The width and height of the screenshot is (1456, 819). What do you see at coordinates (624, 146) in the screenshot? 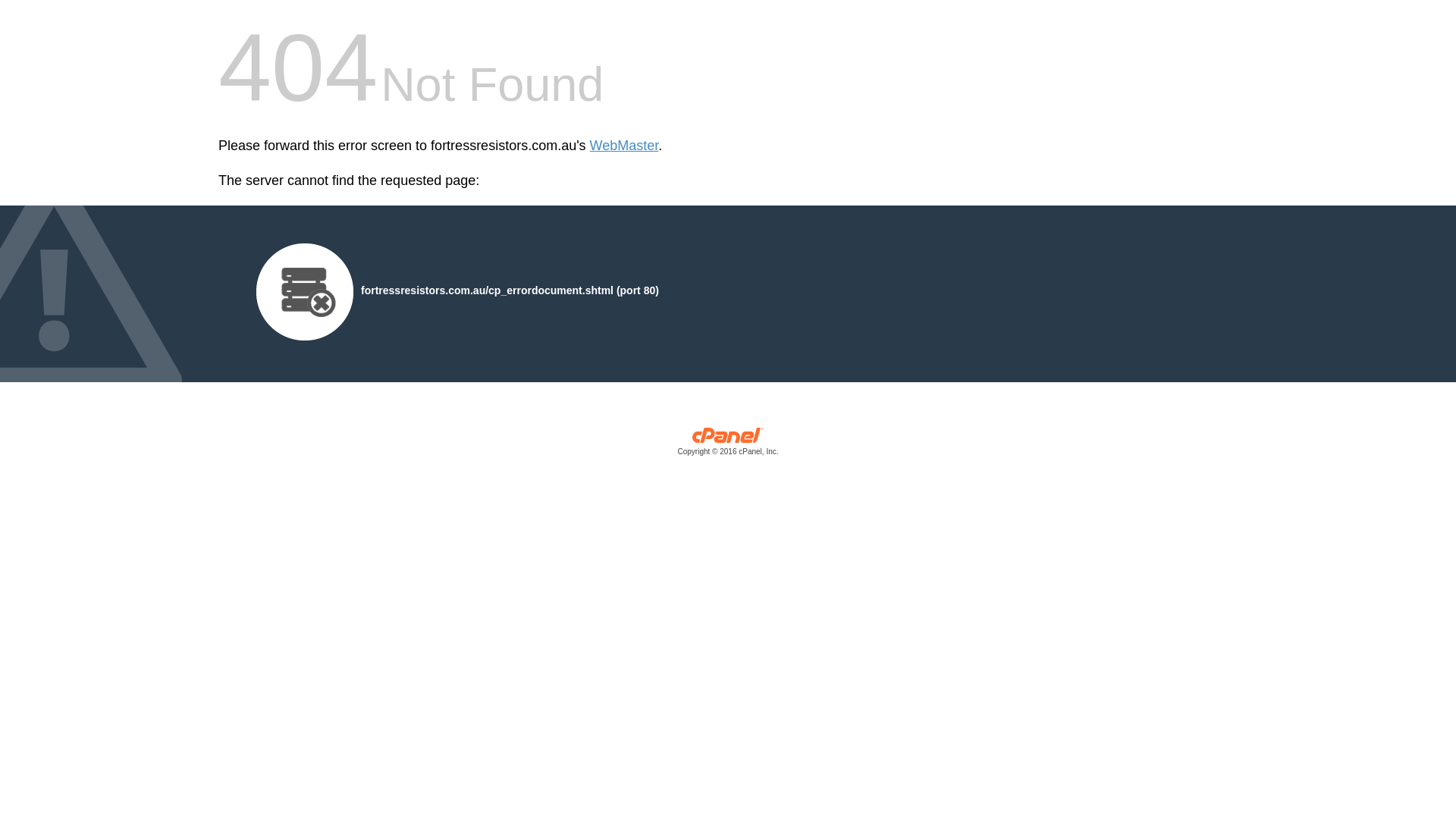
I see `'WebMaster'` at bounding box center [624, 146].